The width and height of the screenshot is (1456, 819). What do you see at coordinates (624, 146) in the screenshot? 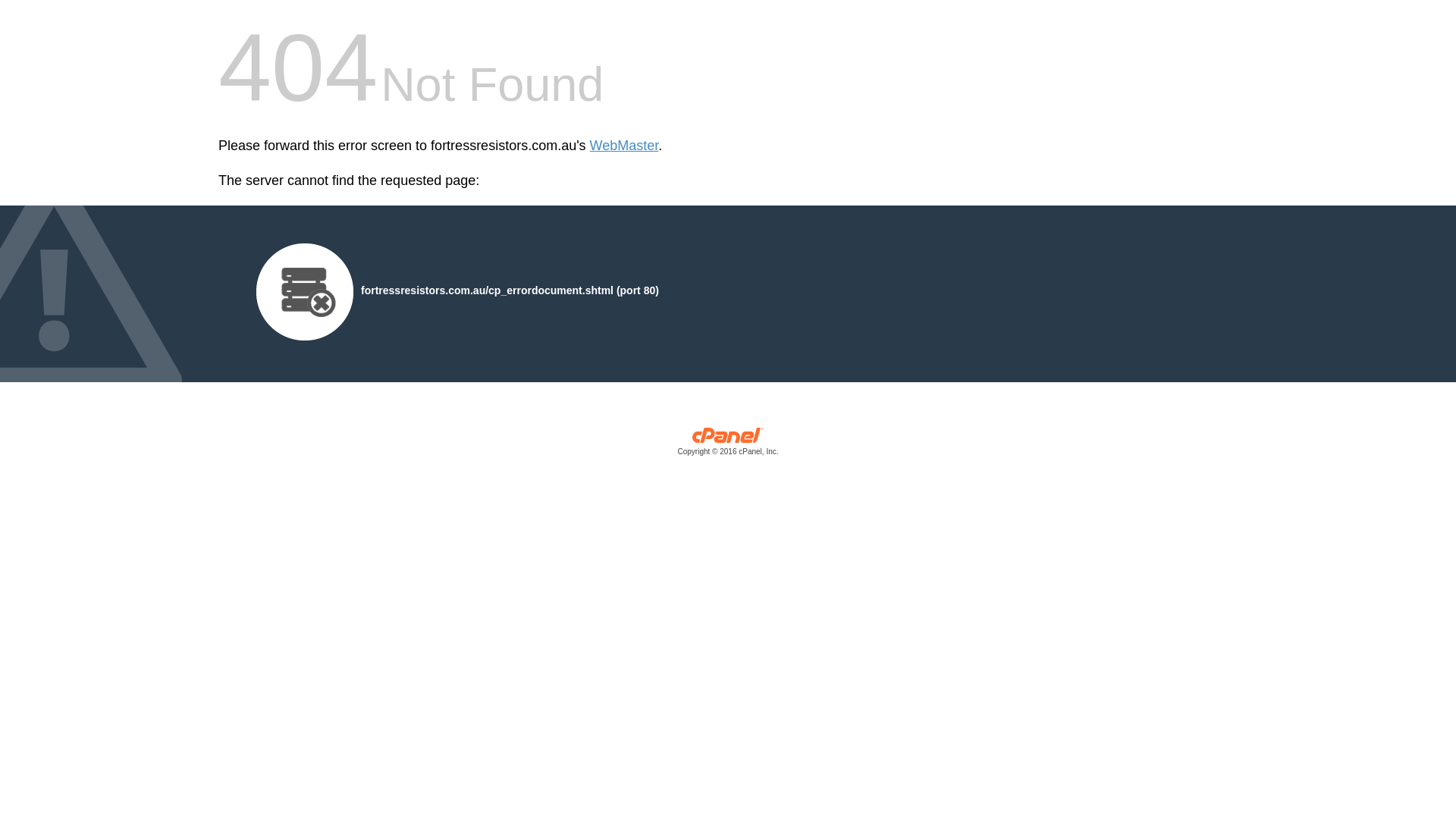
I see `'WebMaster'` at bounding box center [624, 146].